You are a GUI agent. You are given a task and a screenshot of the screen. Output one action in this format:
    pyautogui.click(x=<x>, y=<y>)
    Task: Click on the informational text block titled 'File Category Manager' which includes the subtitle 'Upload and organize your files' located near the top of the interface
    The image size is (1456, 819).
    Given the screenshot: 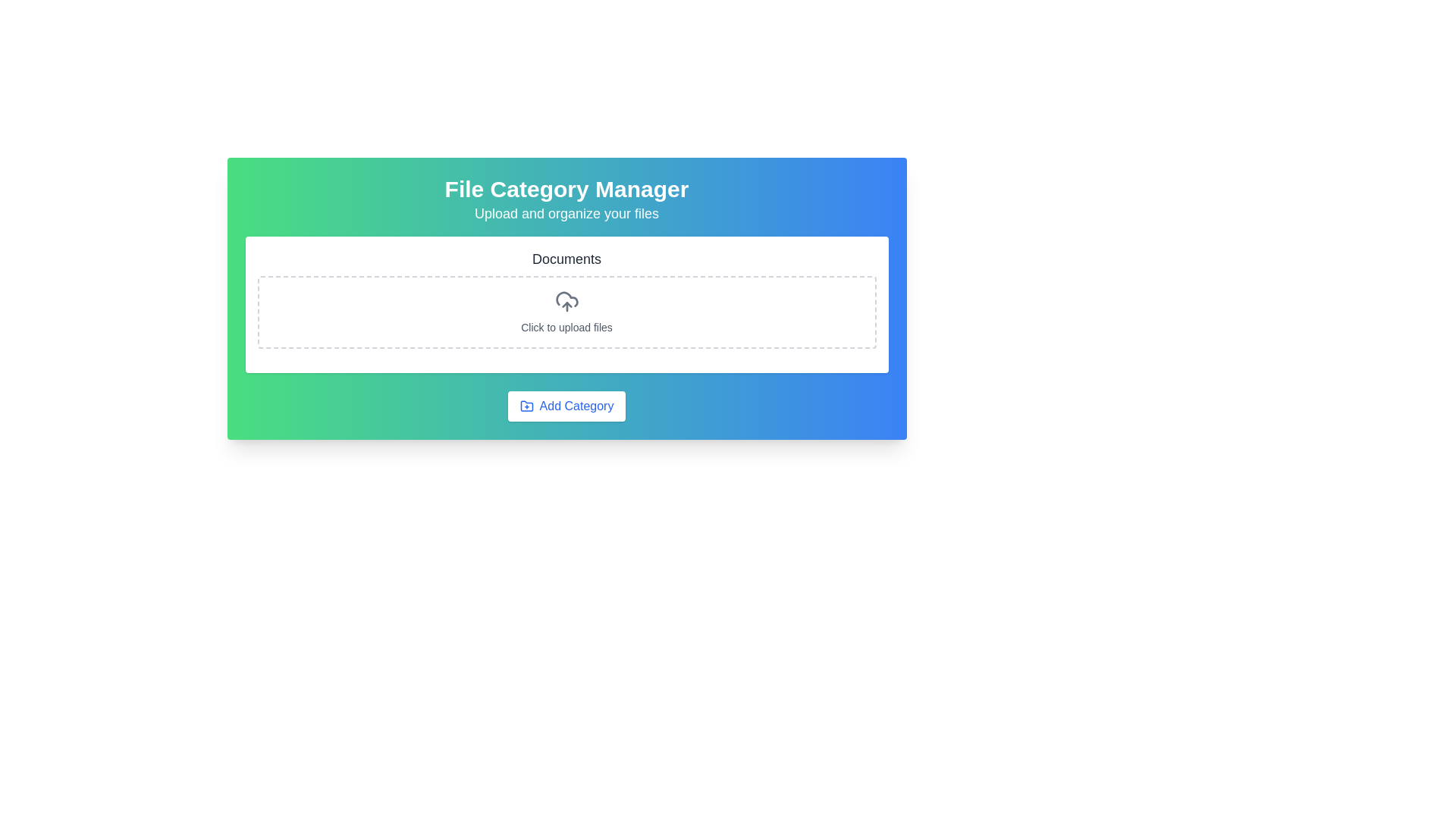 What is the action you would take?
    pyautogui.click(x=566, y=199)
    